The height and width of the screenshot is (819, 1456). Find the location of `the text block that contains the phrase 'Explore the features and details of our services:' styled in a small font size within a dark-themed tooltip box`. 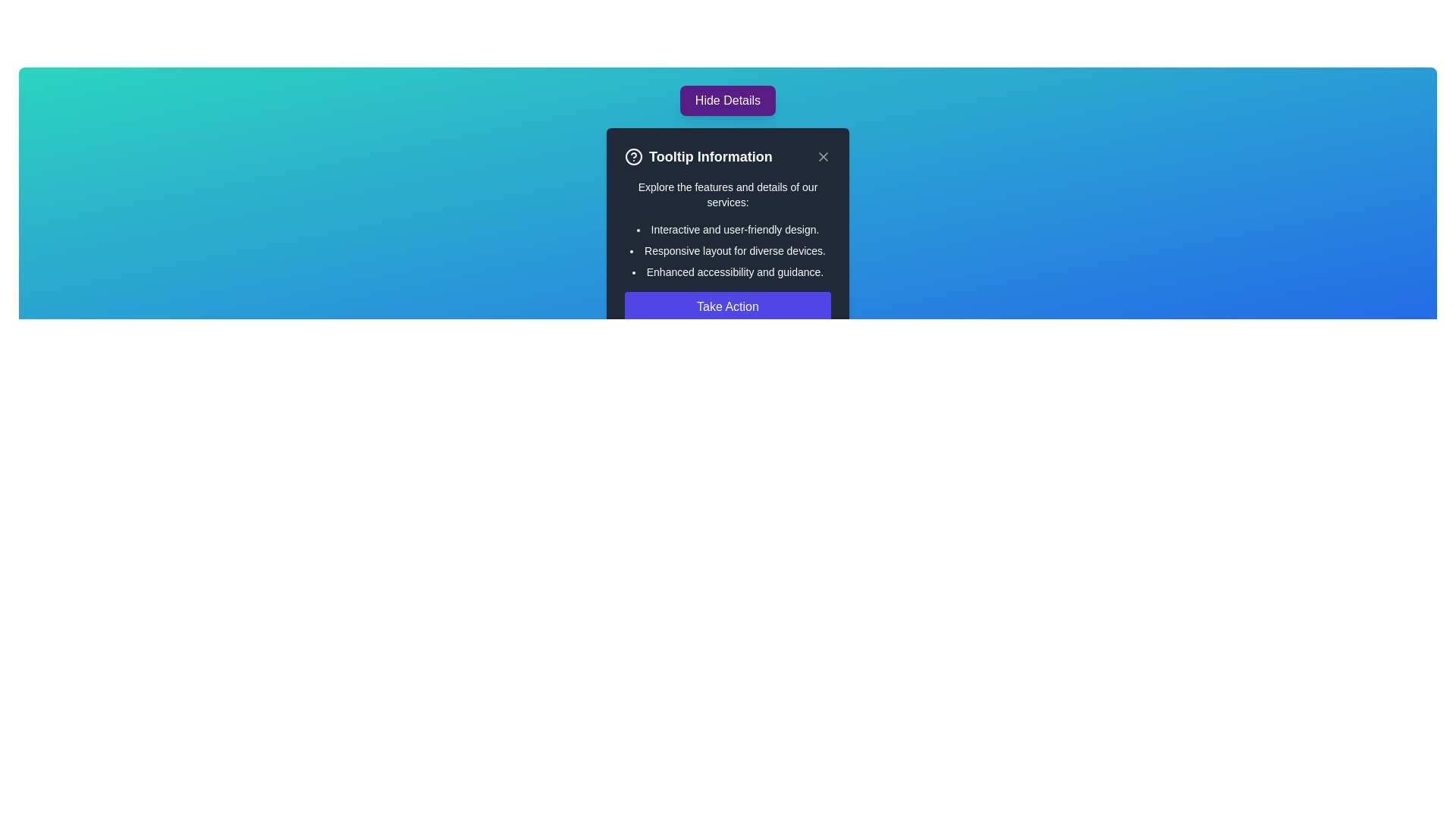

the text block that contains the phrase 'Explore the features and details of our services:' styled in a small font size within a dark-themed tooltip box is located at coordinates (728, 194).